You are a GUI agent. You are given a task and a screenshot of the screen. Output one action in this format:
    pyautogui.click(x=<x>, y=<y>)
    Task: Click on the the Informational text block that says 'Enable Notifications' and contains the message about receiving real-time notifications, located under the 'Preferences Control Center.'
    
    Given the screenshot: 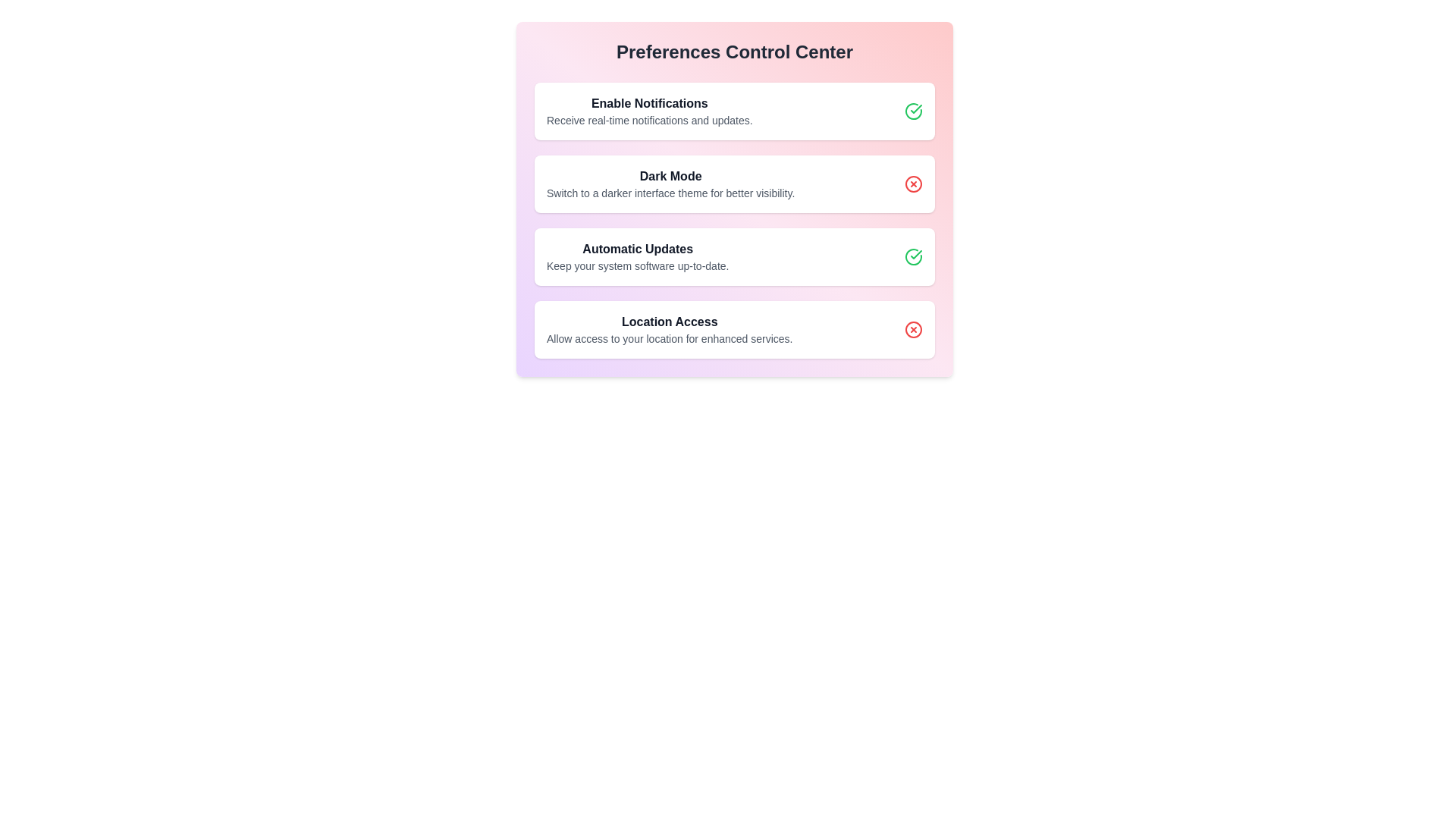 What is the action you would take?
    pyautogui.click(x=649, y=110)
    